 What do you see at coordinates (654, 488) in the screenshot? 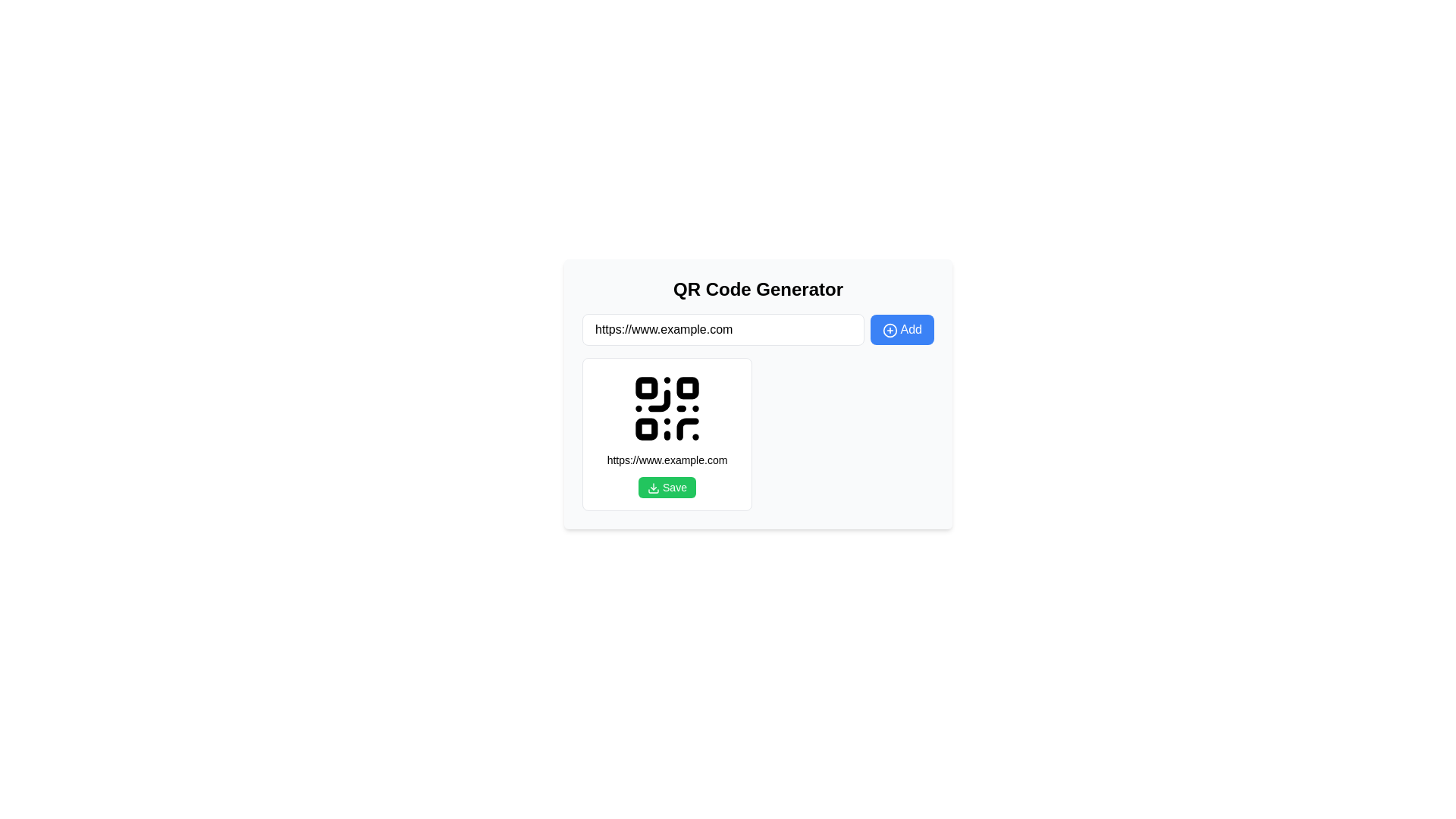
I see `the downward arrow icon within the 'Save' button to visualize any hover effects` at bounding box center [654, 488].